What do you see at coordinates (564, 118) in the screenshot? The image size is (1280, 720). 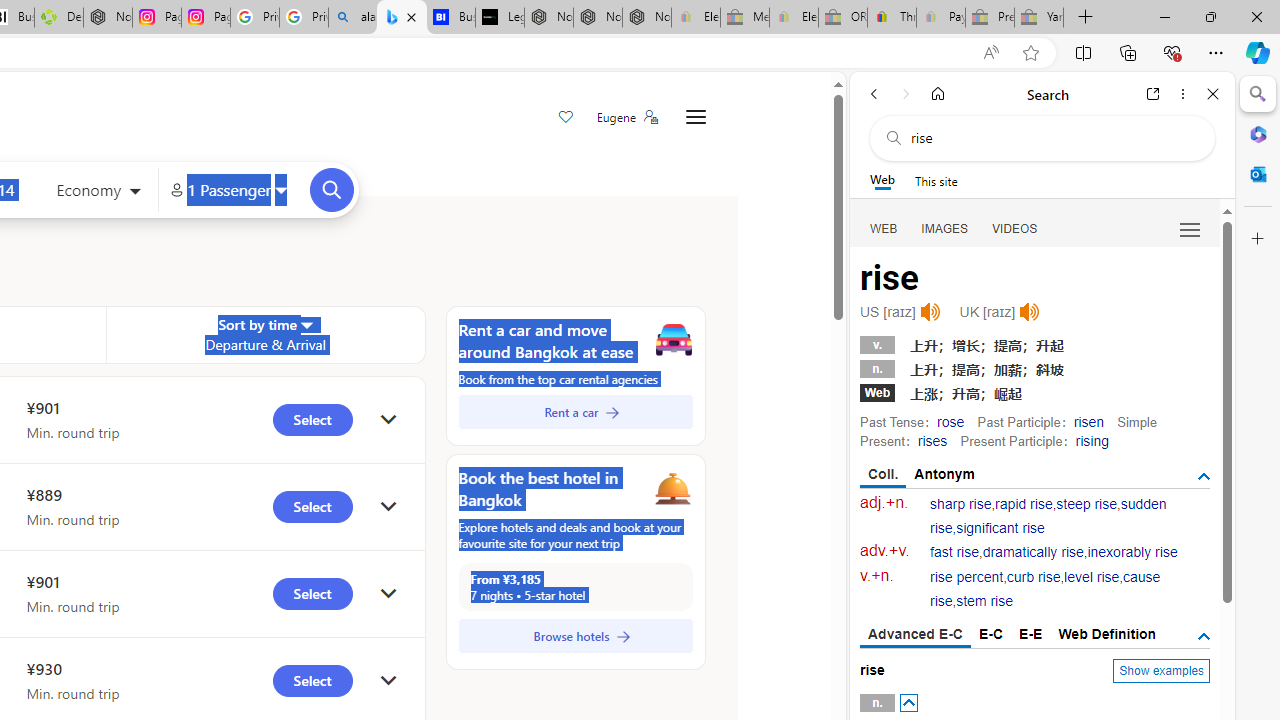 I see `'Save'` at bounding box center [564, 118].